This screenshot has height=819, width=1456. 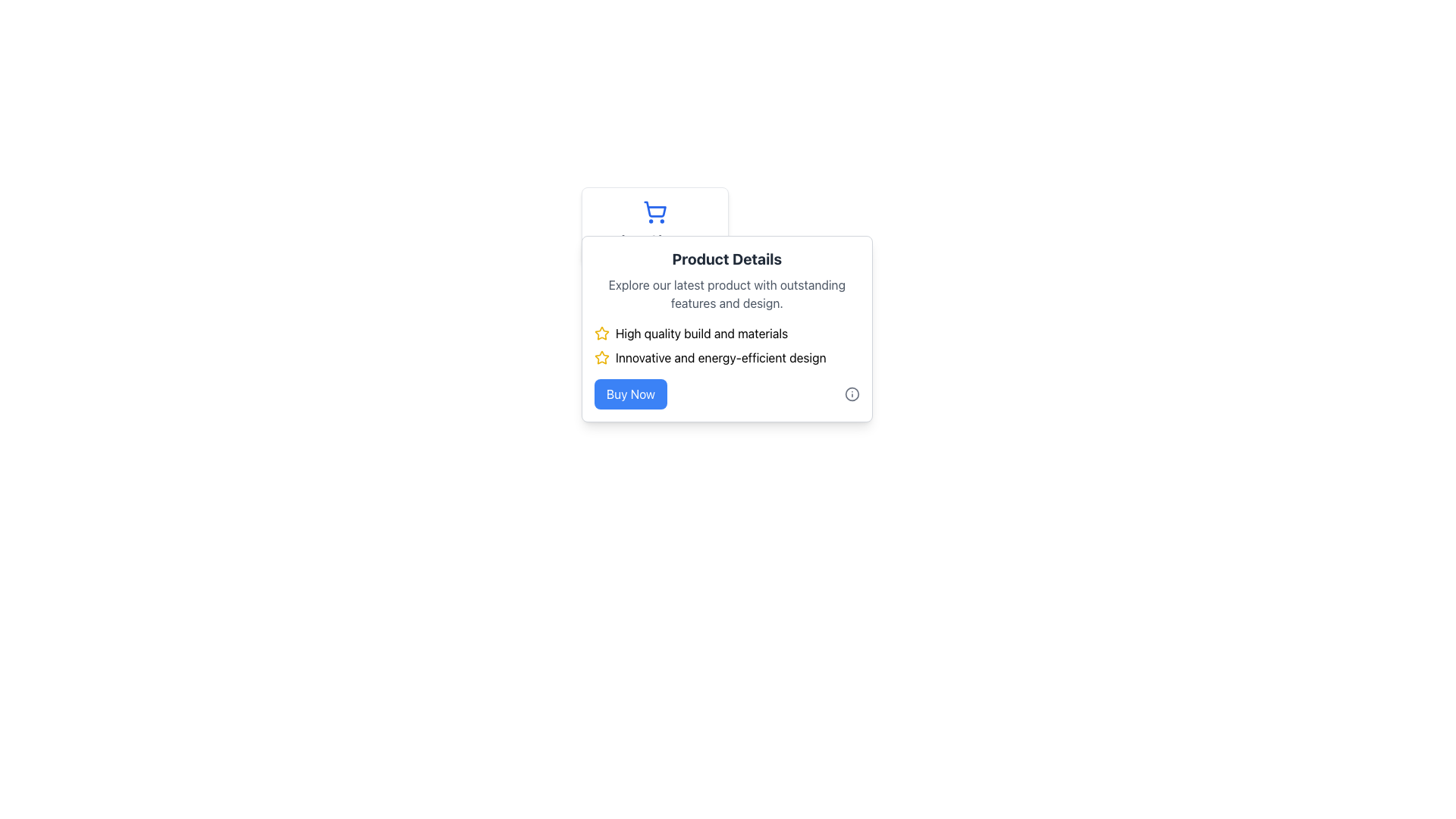 I want to click on the shopping cart icon located at the center-top of the 'Product Details' card, so click(x=655, y=225).